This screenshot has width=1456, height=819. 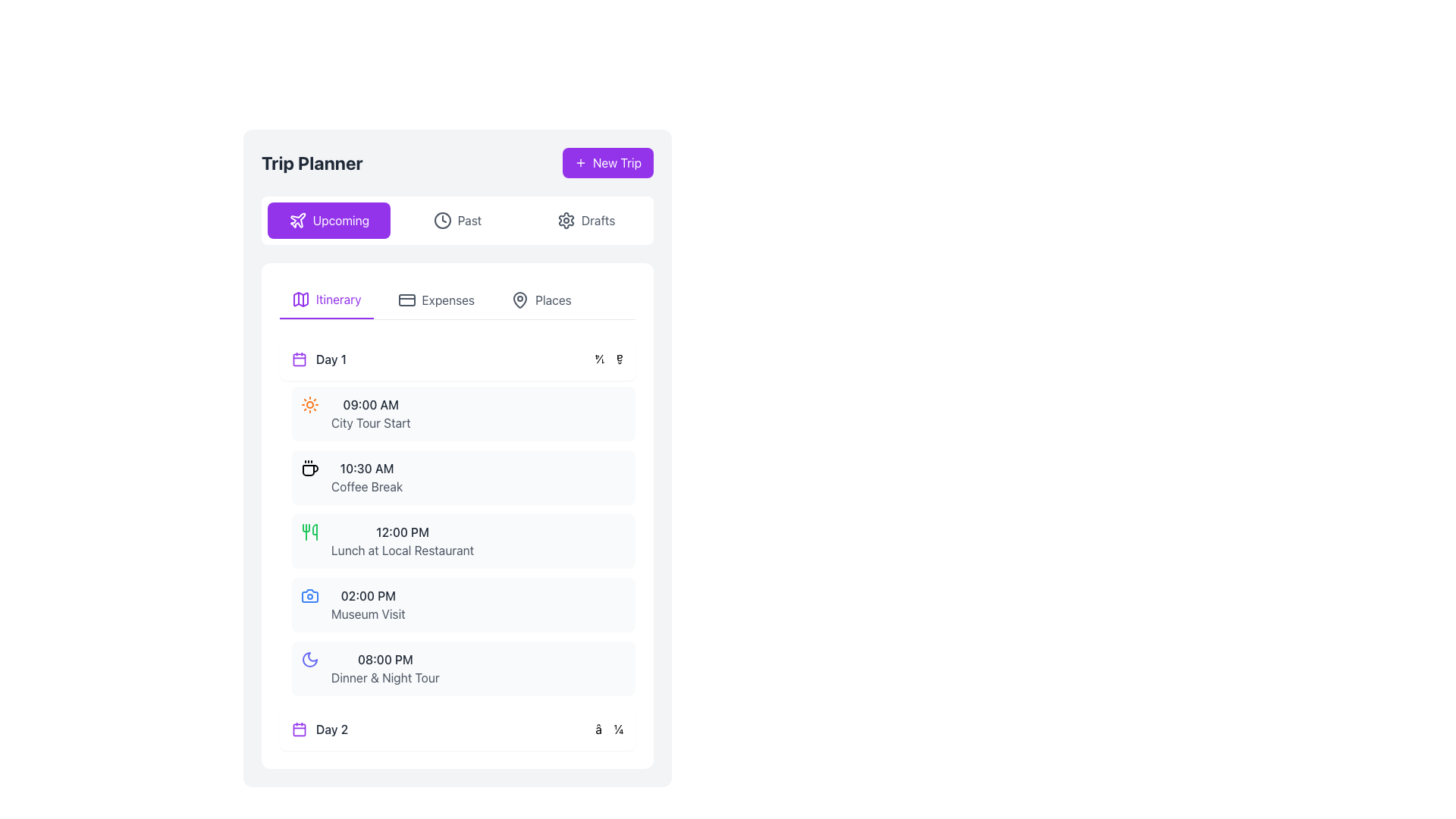 I want to click on displayed event details from the text label 'City Tour Start' which is located in the 'Day 1' itinerary section, directly below the time label '09:00 AM', so click(x=371, y=423).